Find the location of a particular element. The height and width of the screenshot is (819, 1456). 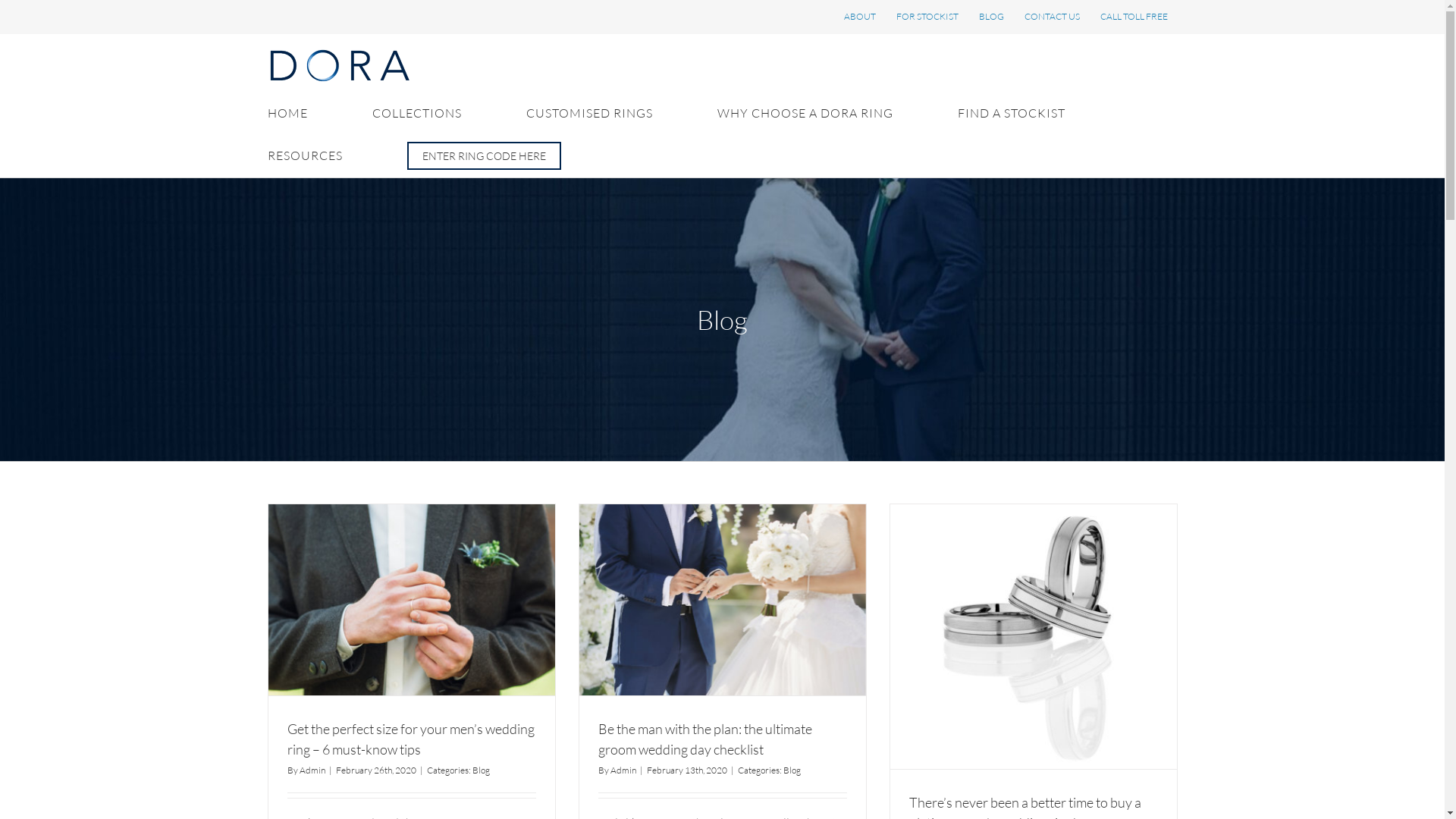

'CONTACT US' is located at coordinates (1051, 17).